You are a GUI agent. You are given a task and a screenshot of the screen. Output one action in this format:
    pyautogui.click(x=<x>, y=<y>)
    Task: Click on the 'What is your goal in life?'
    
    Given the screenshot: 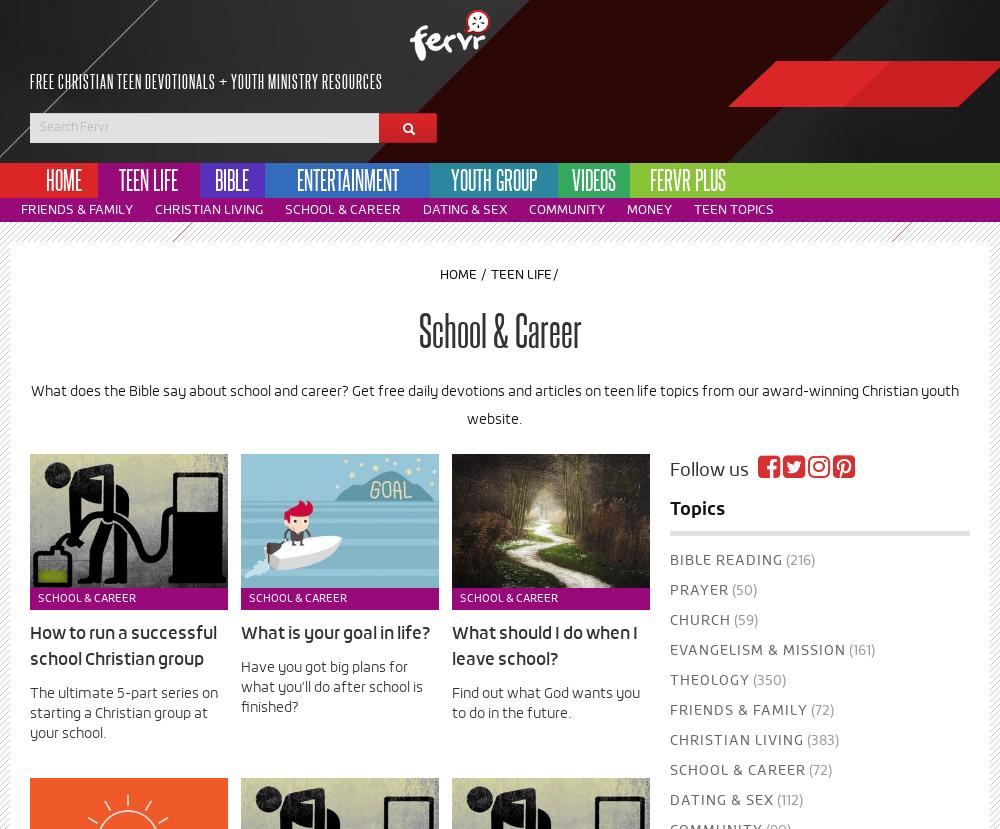 What is the action you would take?
    pyautogui.click(x=335, y=634)
    